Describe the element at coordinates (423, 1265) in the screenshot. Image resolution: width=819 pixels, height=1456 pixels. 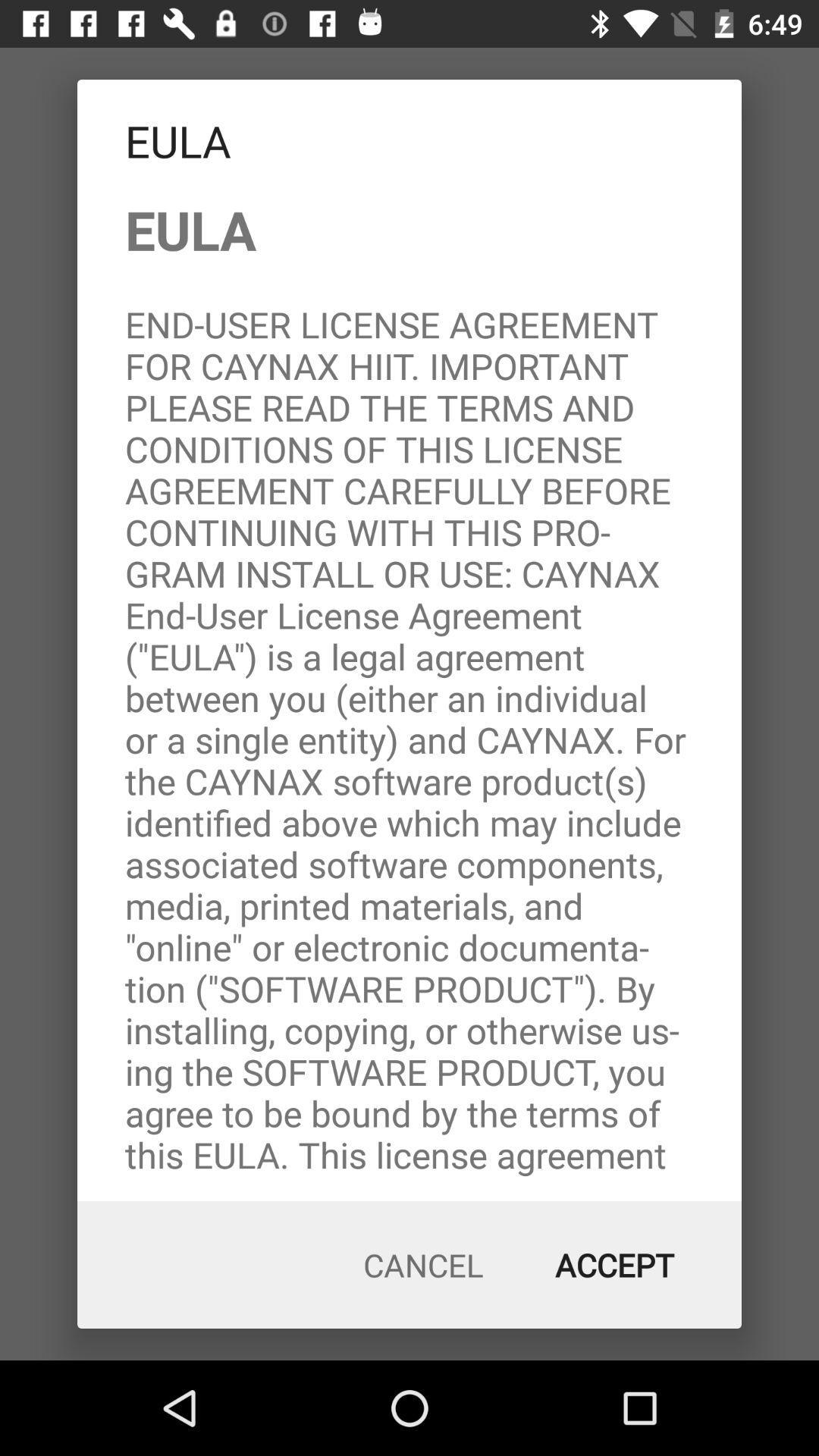
I see `the item to the left of the accept icon` at that location.